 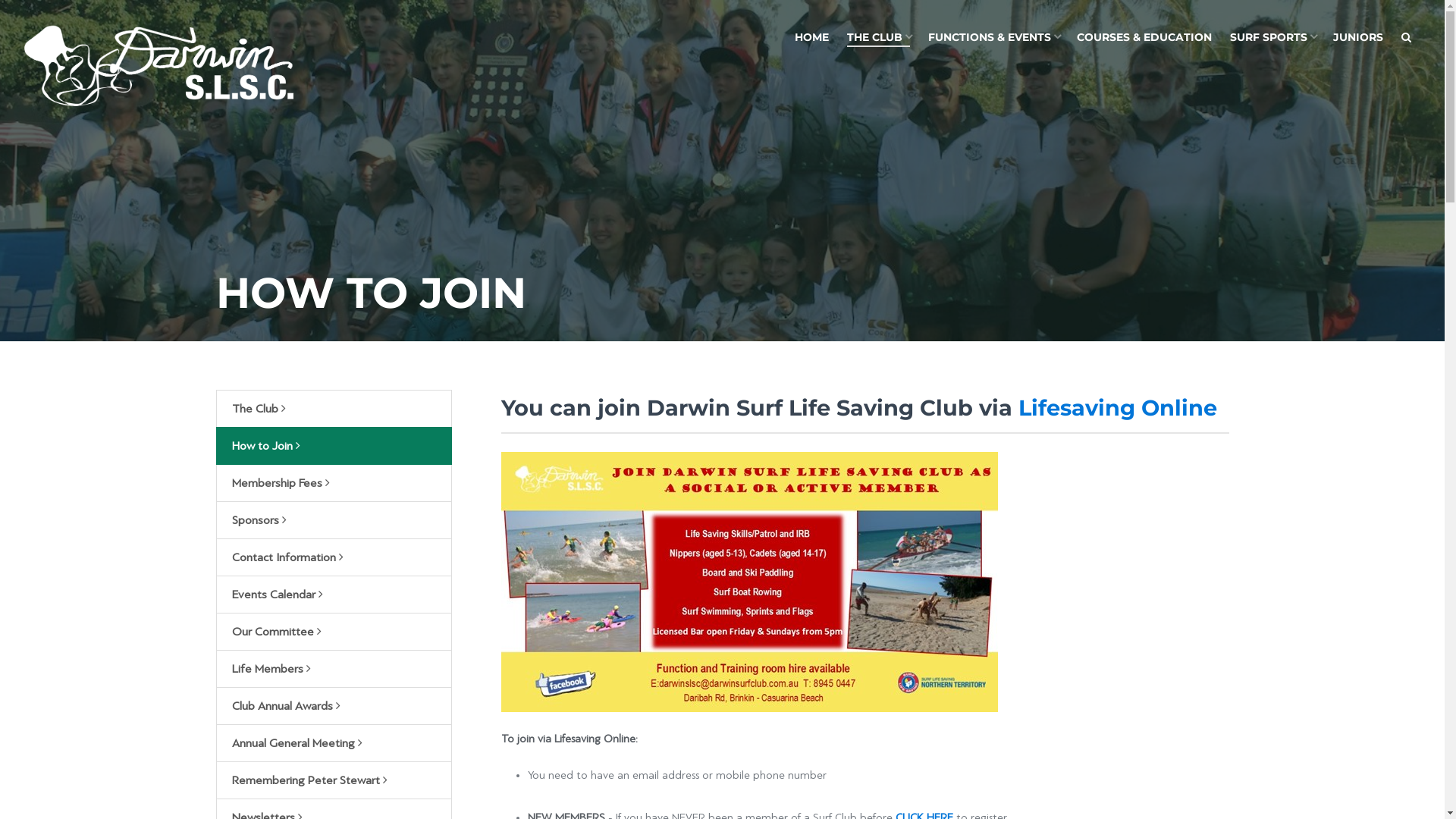 I want to click on 'Our Committee ', so click(x=333, y=632).